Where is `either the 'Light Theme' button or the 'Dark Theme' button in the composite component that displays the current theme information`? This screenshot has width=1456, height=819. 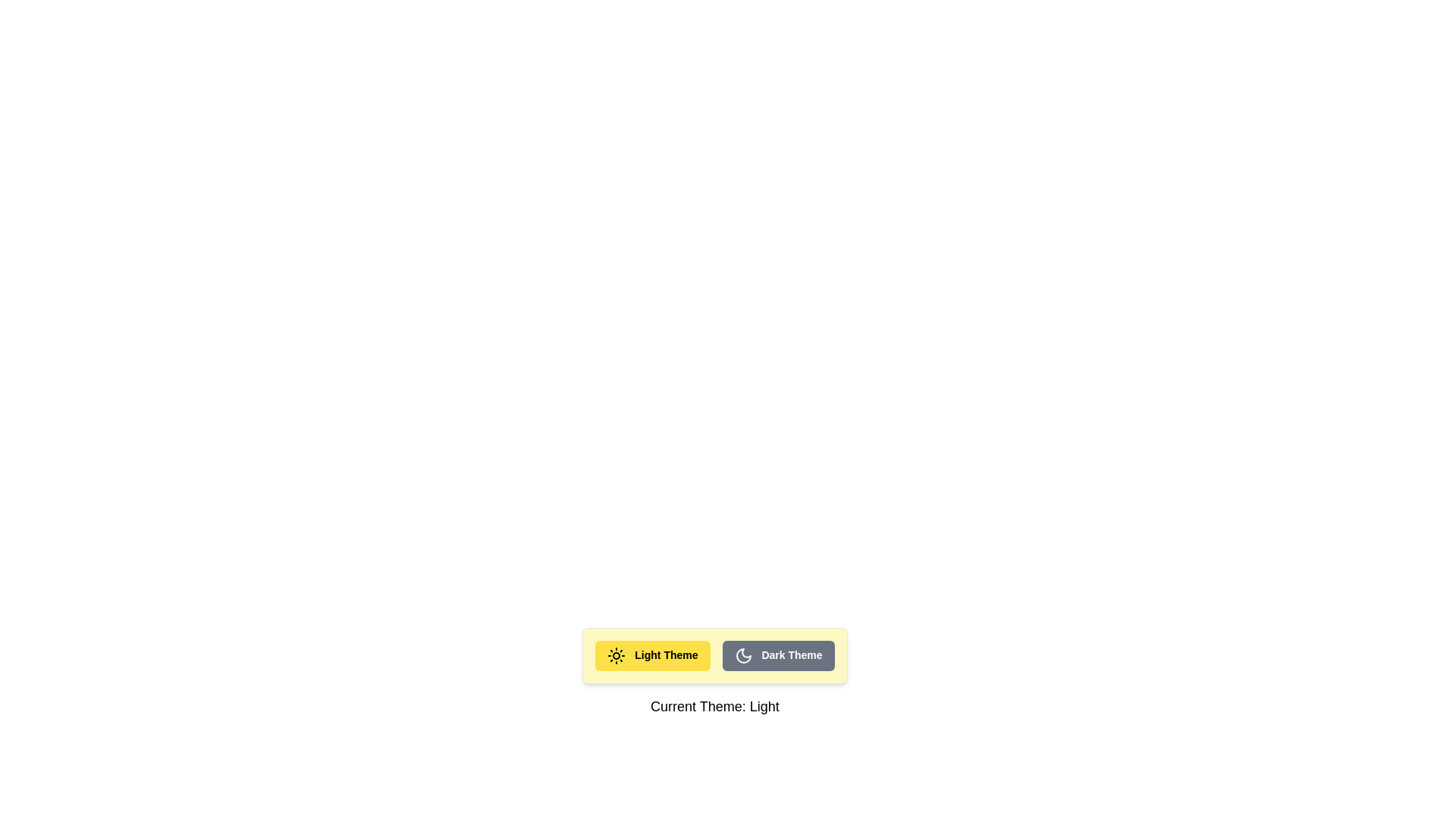 either the 'Light Theme' button or the 'Dark Theme' button in the composite component that displays the current theme information is located at coordinates (714, 672).